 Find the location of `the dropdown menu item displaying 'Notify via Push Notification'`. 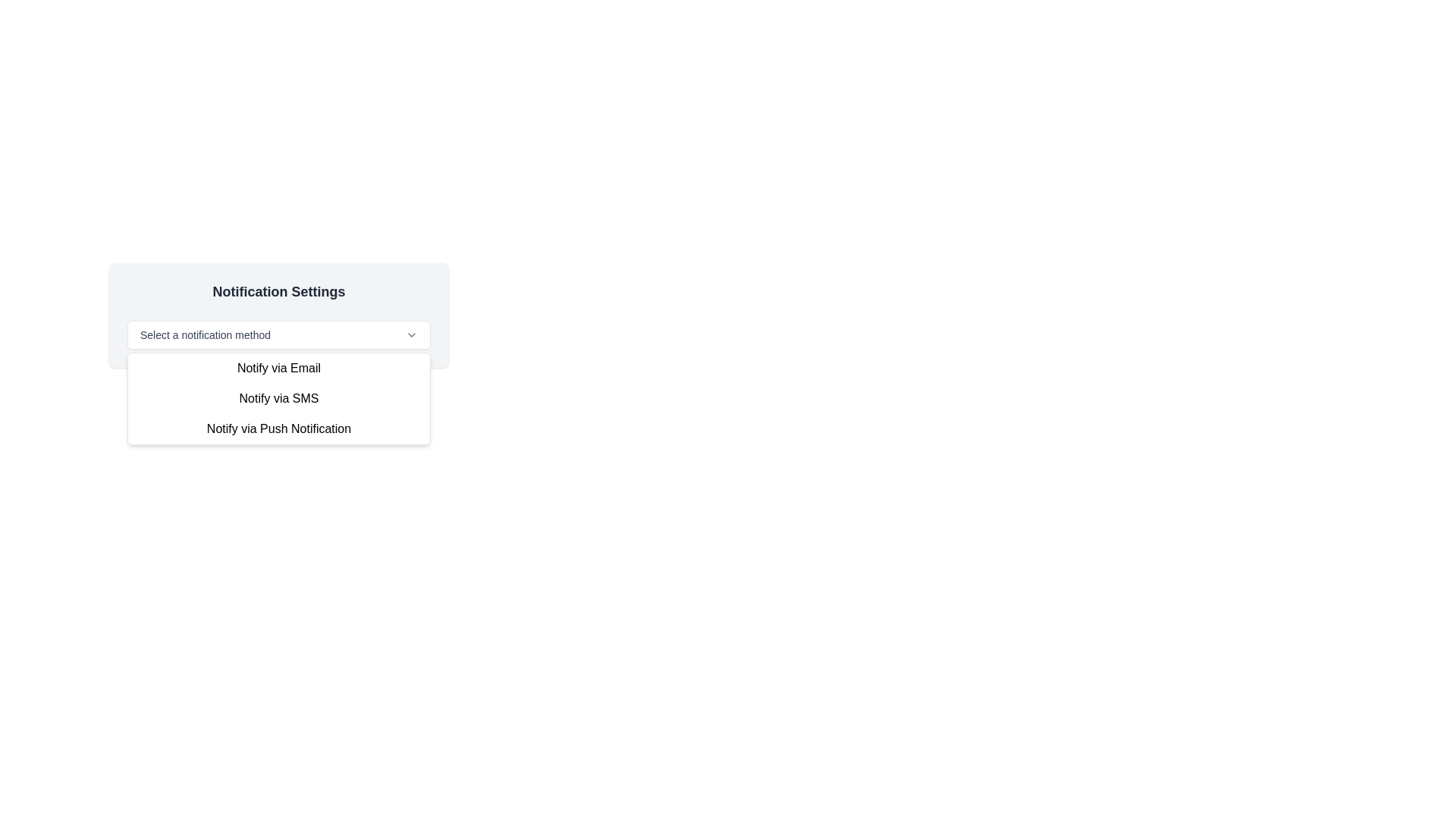

the dropdown menu item displaying 'Notify via Push Notification' is located at coordinates (279, 429).